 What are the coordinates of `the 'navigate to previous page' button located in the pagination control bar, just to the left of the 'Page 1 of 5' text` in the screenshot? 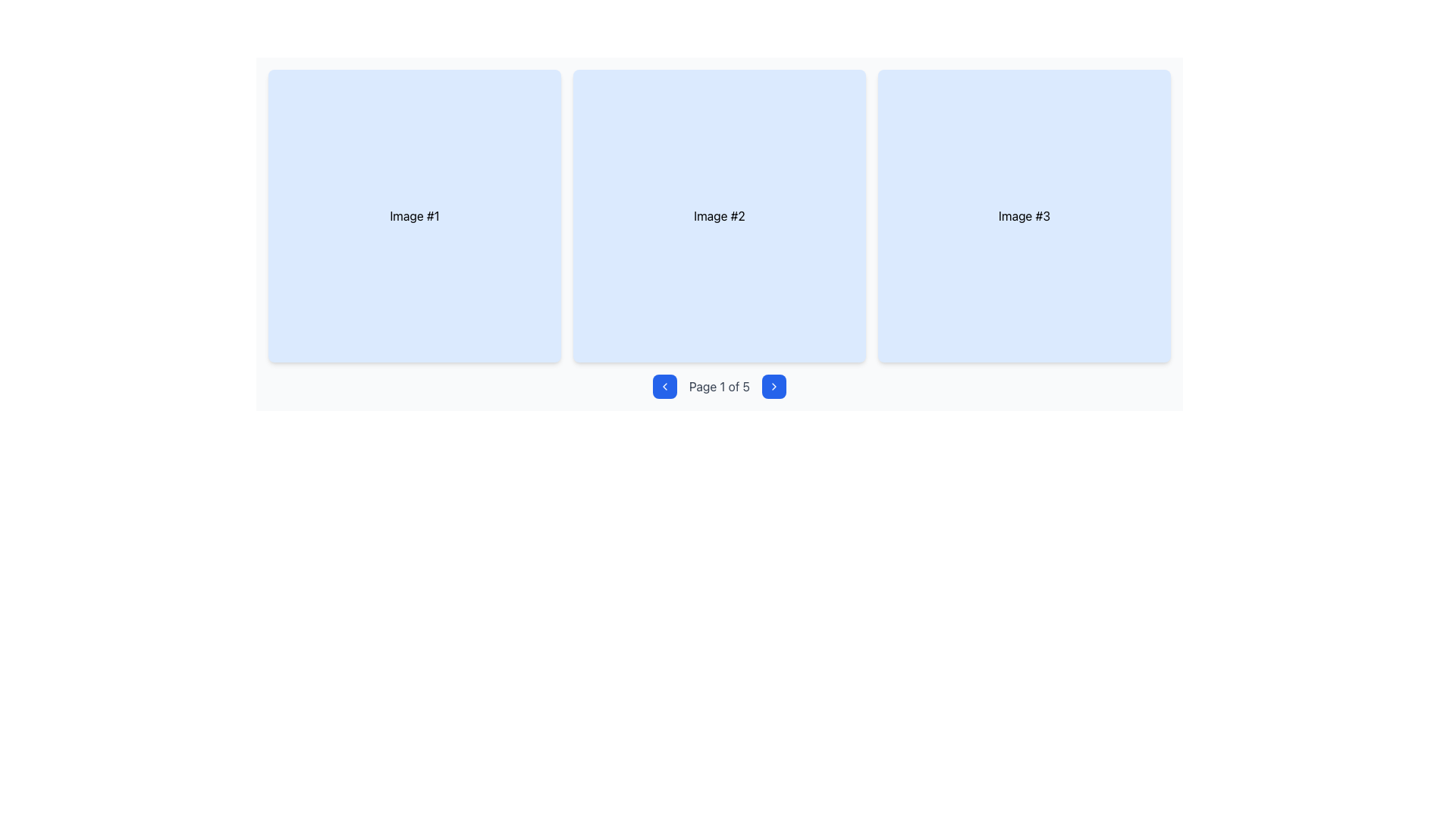 It's located at (664, 385).